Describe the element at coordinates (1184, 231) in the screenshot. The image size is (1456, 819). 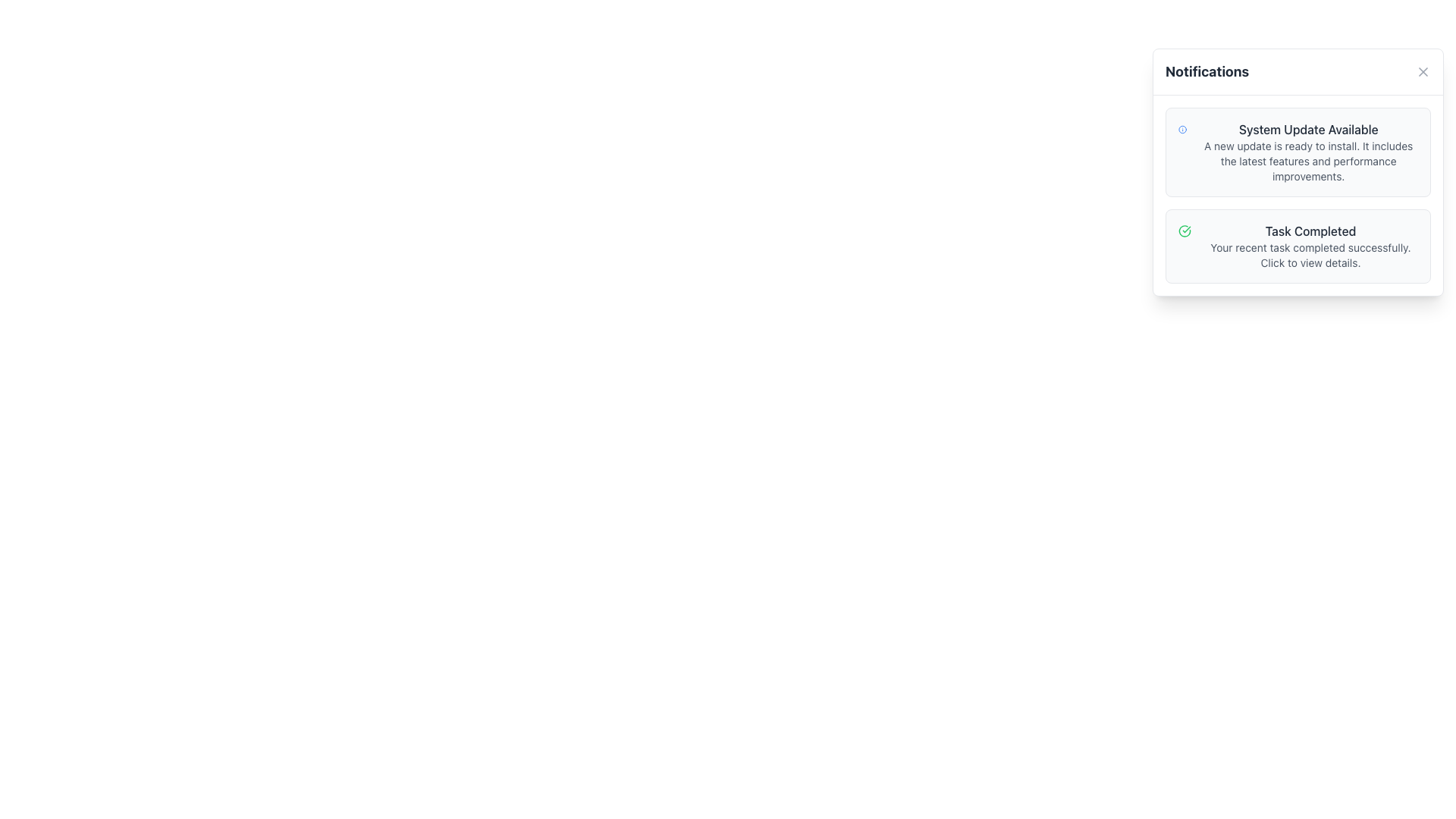
I see `the status represented by the circular green checkmark icon indicating completion, located to the left of the 'Task Completed' title in the notification card` at that location.